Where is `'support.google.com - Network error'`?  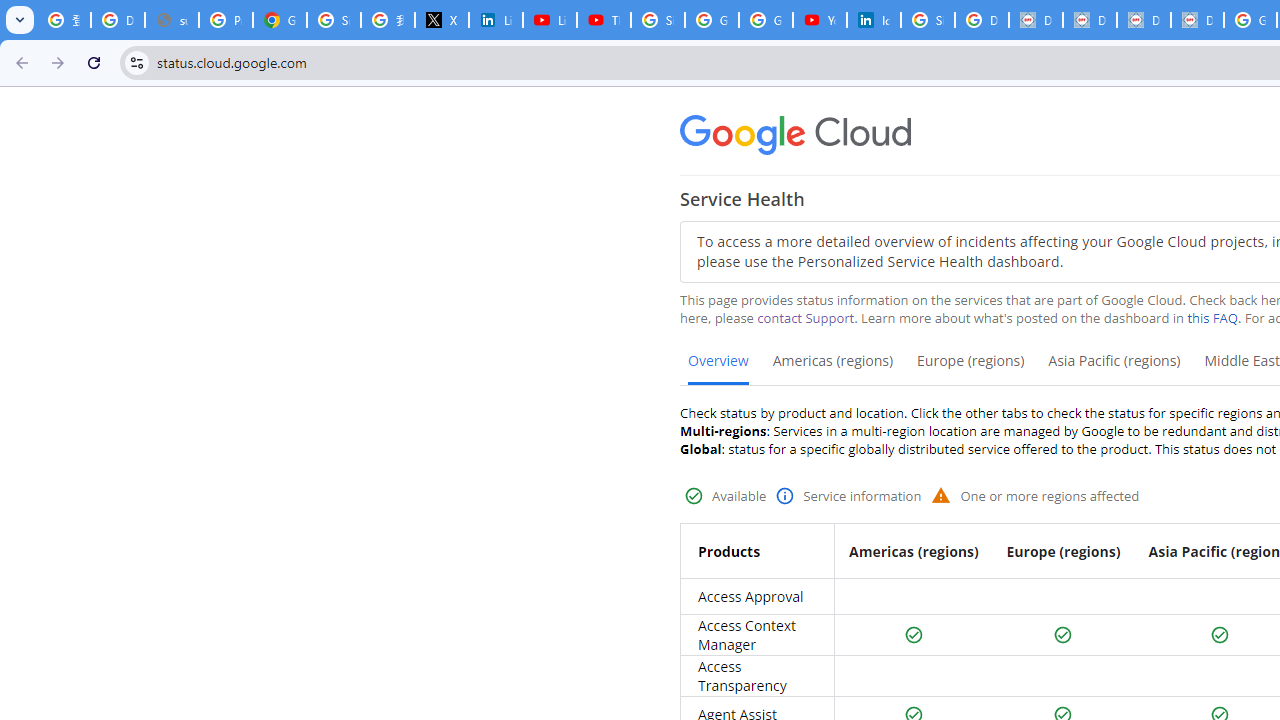 'support.google.com - Network error' is located at coordinates (171, 20).